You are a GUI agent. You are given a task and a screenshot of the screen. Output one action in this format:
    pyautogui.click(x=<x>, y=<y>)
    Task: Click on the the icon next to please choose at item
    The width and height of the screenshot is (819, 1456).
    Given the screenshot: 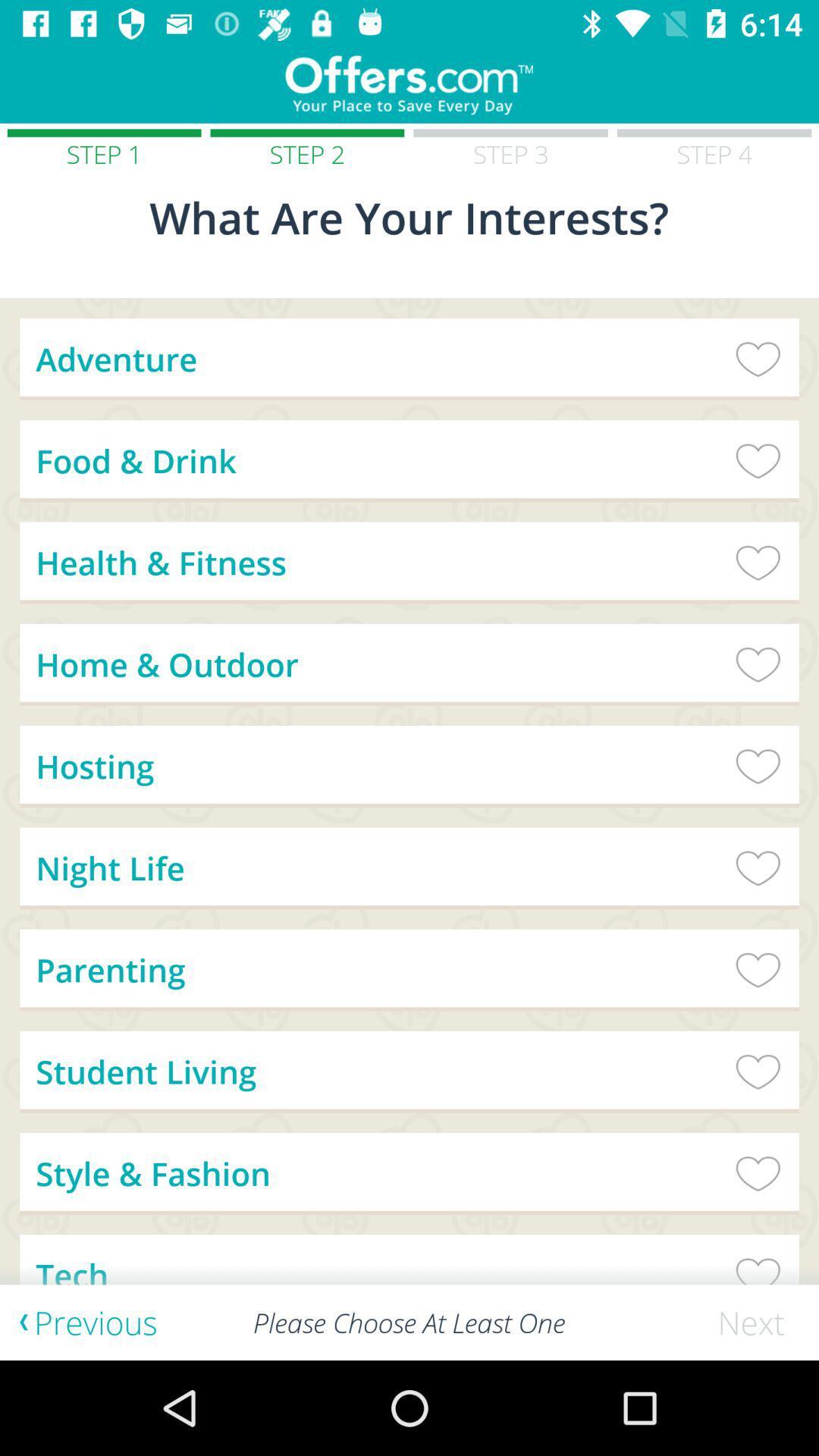 What is the action you would take?
    pyautogui.click(x=758, y=1322)
    